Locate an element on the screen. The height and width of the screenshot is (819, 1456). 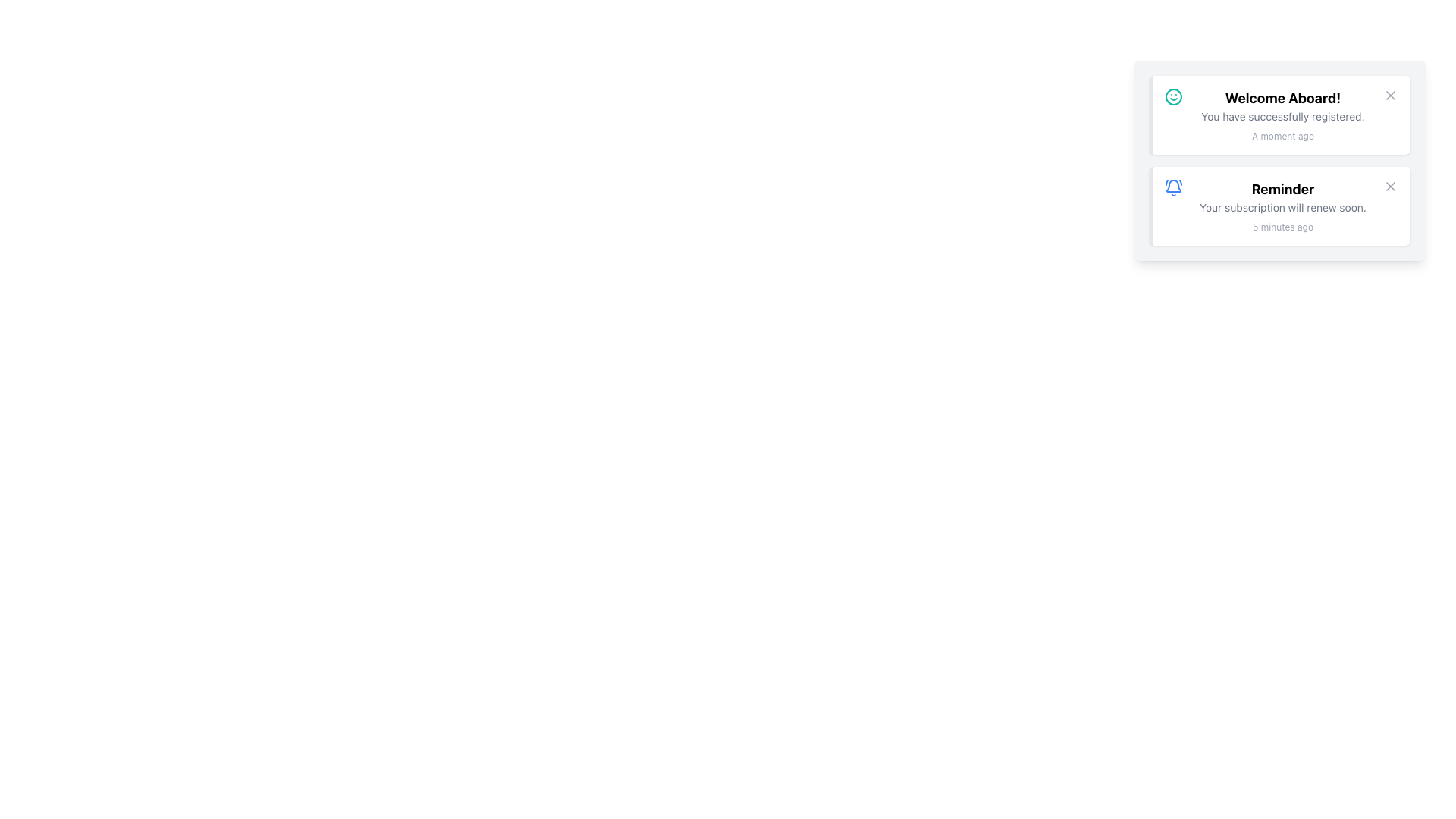
the static text element that contains the message 'Your subscription will renew soon.' located within the notification card below the title 'Reminder' is located at coordinates (1282, 207).